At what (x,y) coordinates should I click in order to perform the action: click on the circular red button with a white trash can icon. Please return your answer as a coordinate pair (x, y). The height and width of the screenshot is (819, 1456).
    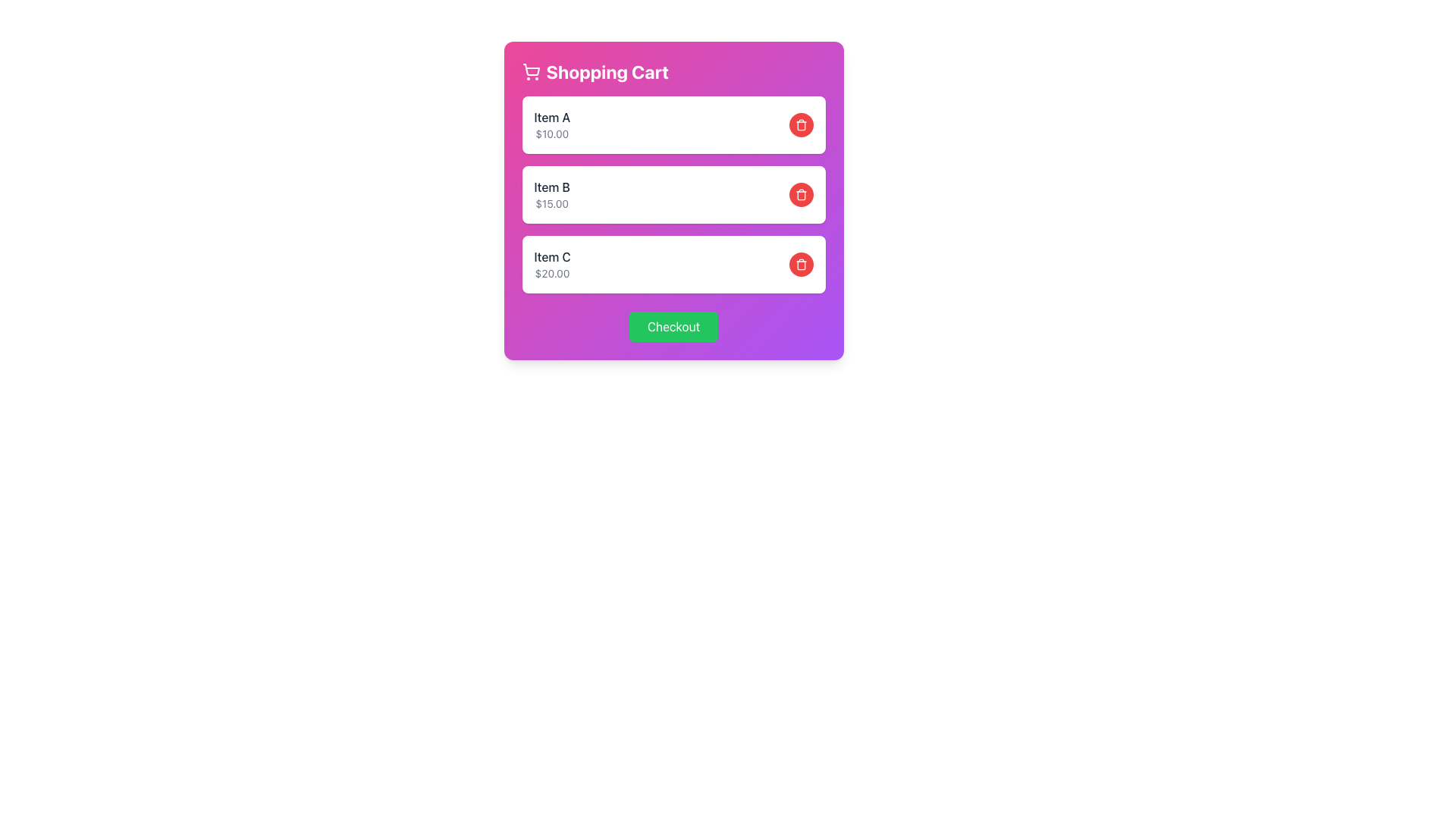
    Looking at the image, I should click on (800, 263).